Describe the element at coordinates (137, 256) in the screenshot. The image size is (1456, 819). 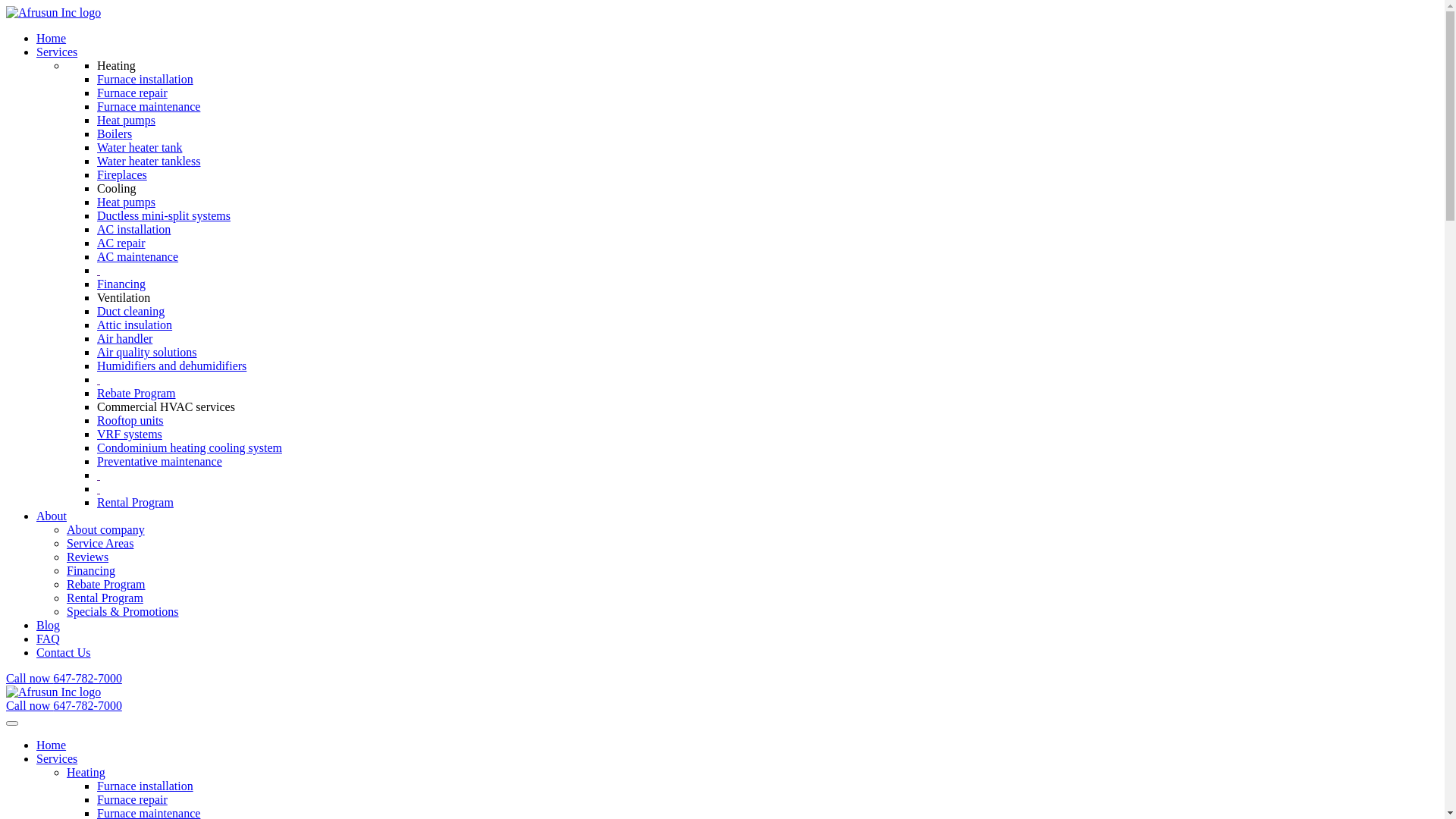
I see `'AC maintenance'` at that location.